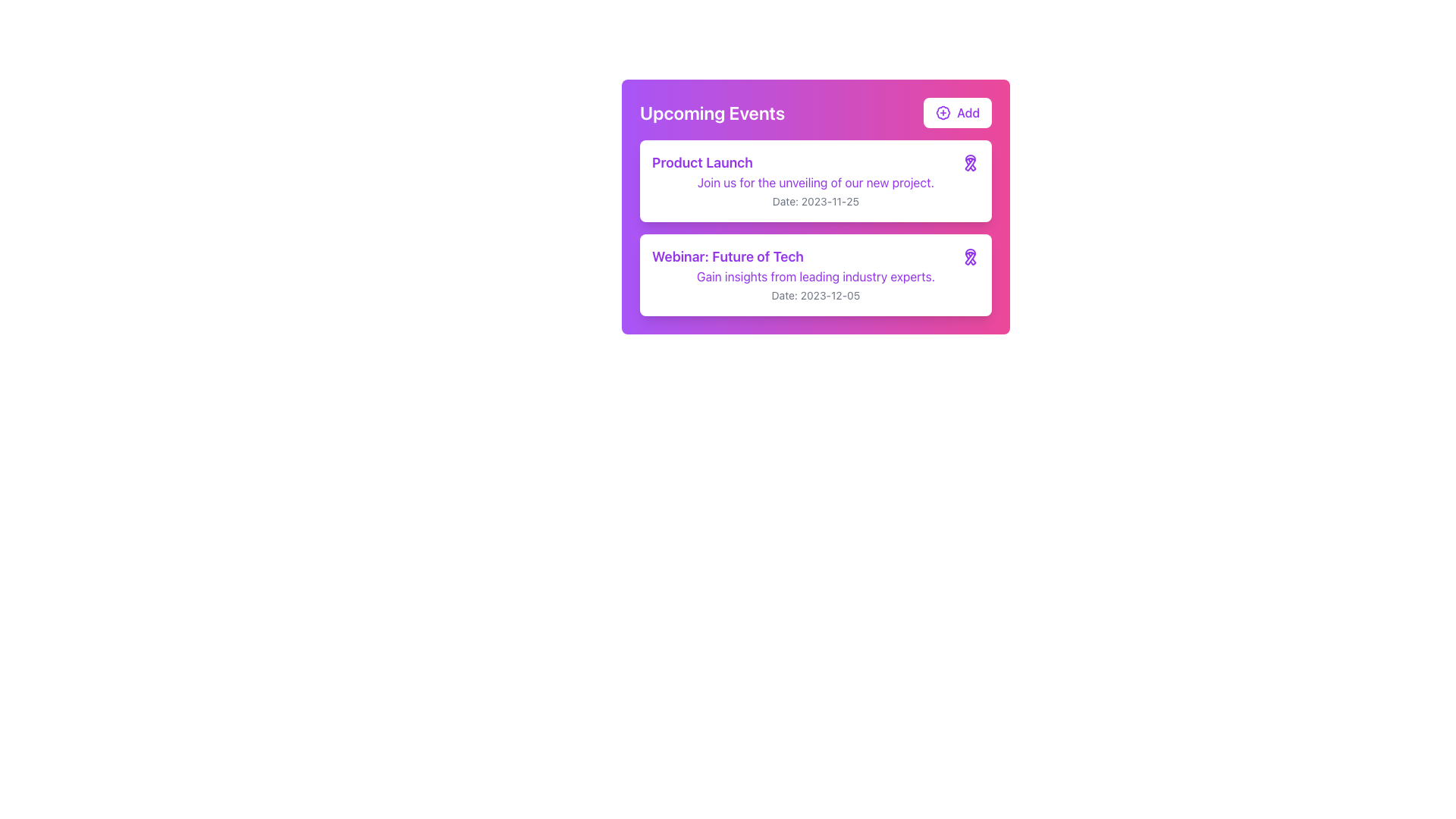  Describe the element at coordinates (971, 256) in the screenshot. I see `the second ribbon-shaped icon with a purple outline located on the right side of the 'Webinar: Future of Tech' item in the list of upcoming events` at that location.